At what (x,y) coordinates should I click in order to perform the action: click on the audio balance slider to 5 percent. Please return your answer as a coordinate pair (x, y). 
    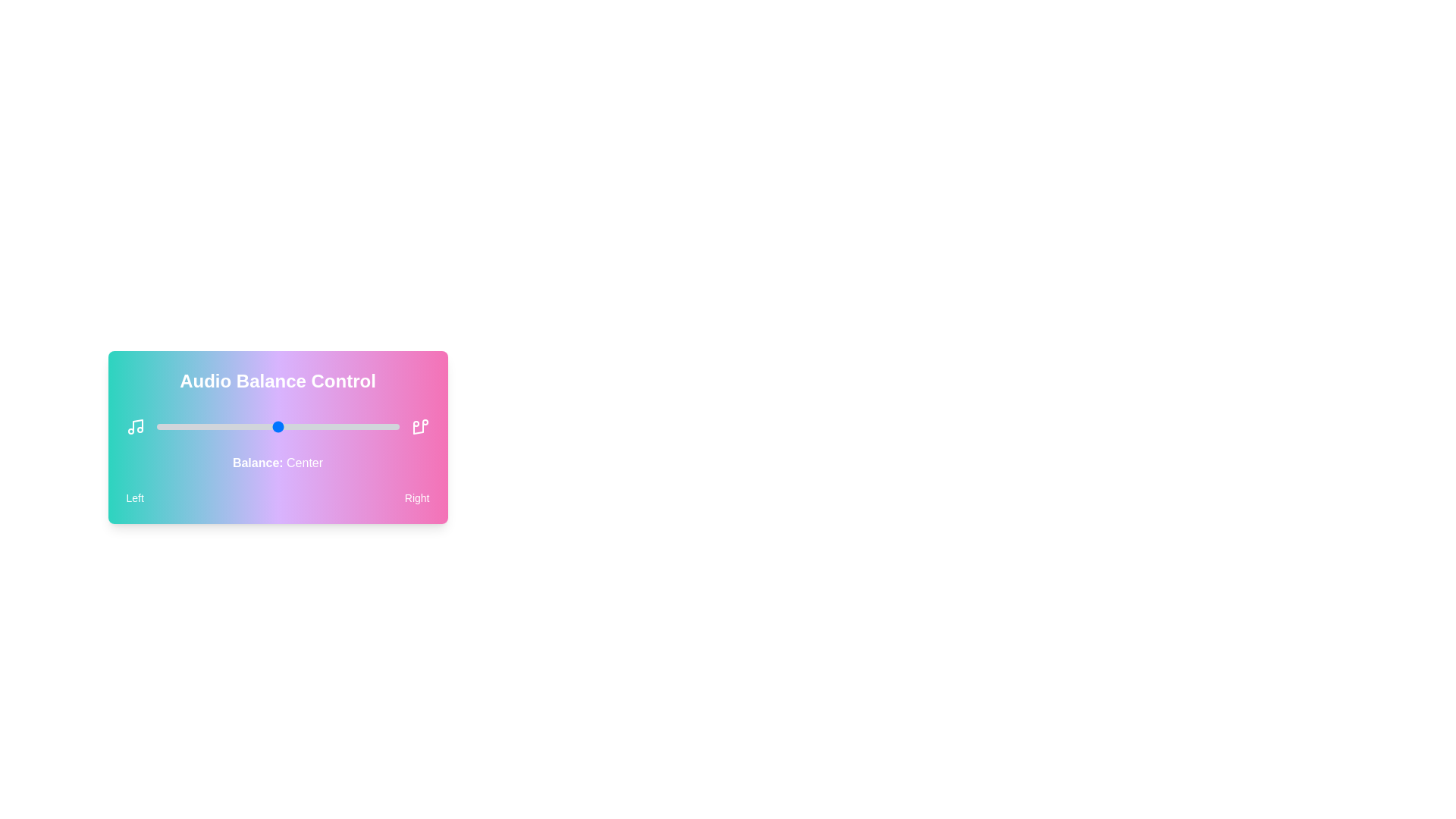
    Looking at the image, I should click on (168, 427).